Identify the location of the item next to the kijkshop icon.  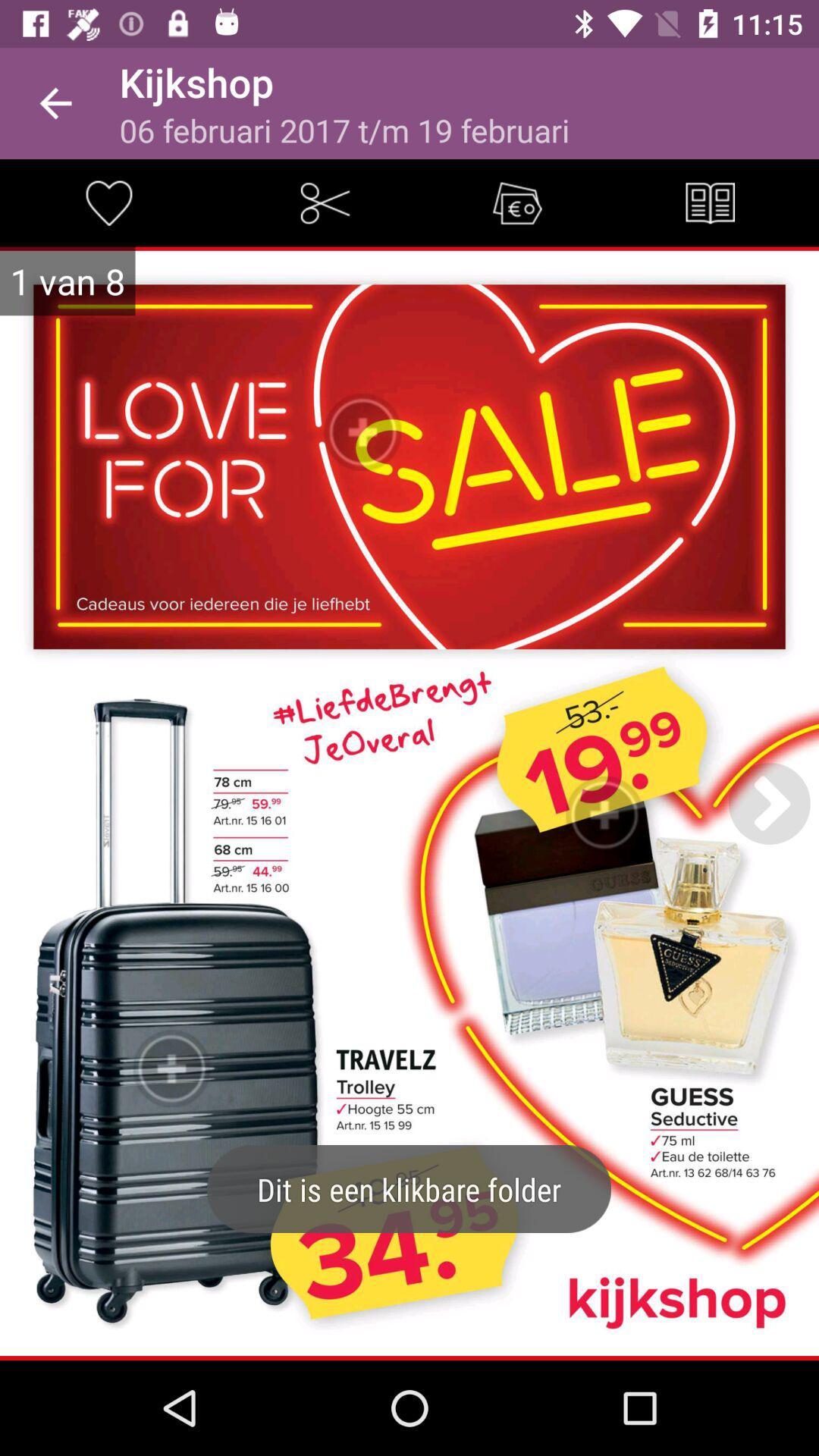
(55, 102).